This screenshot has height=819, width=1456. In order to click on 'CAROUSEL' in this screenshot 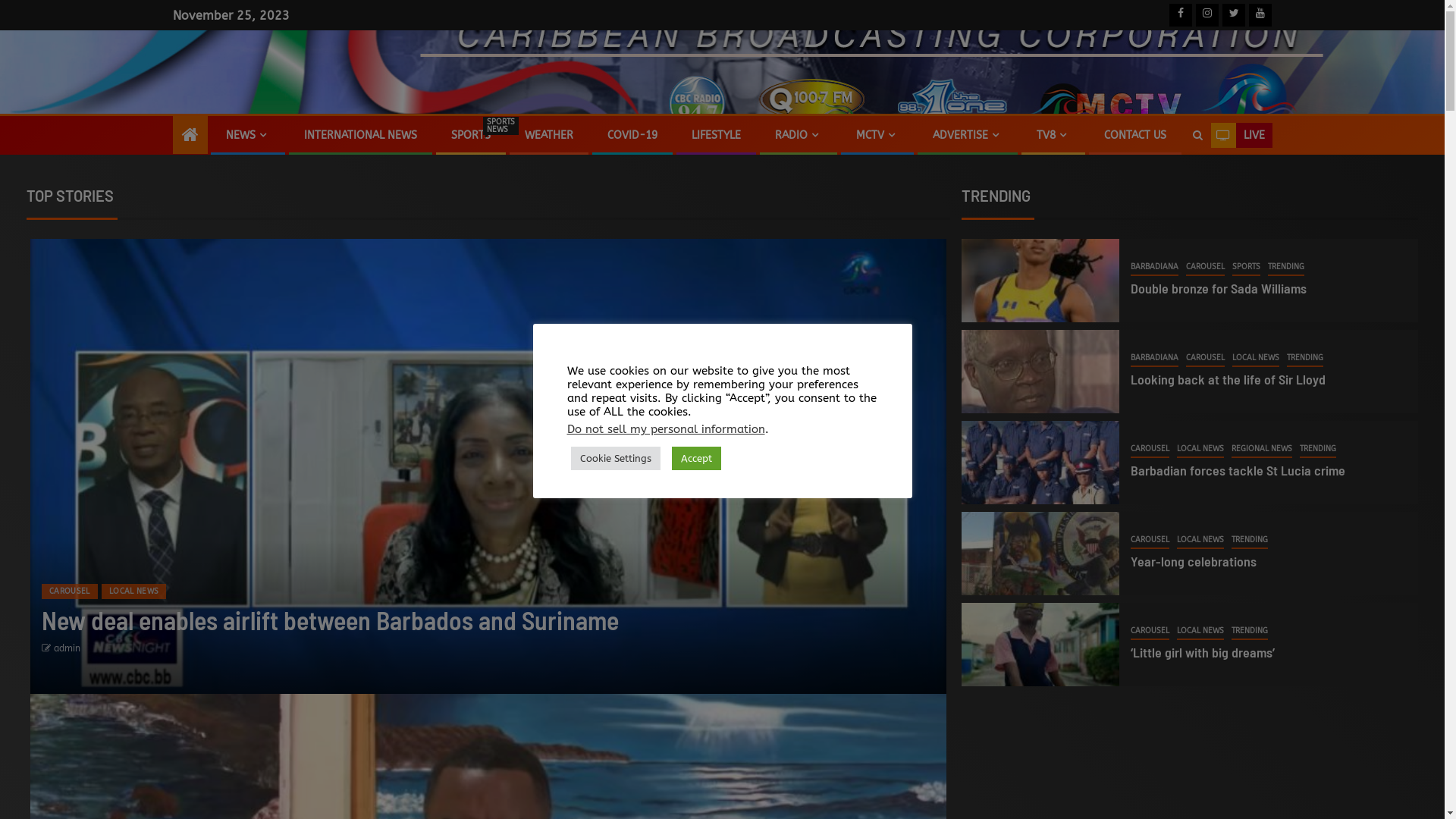, I will do `click(1150, 632)`.